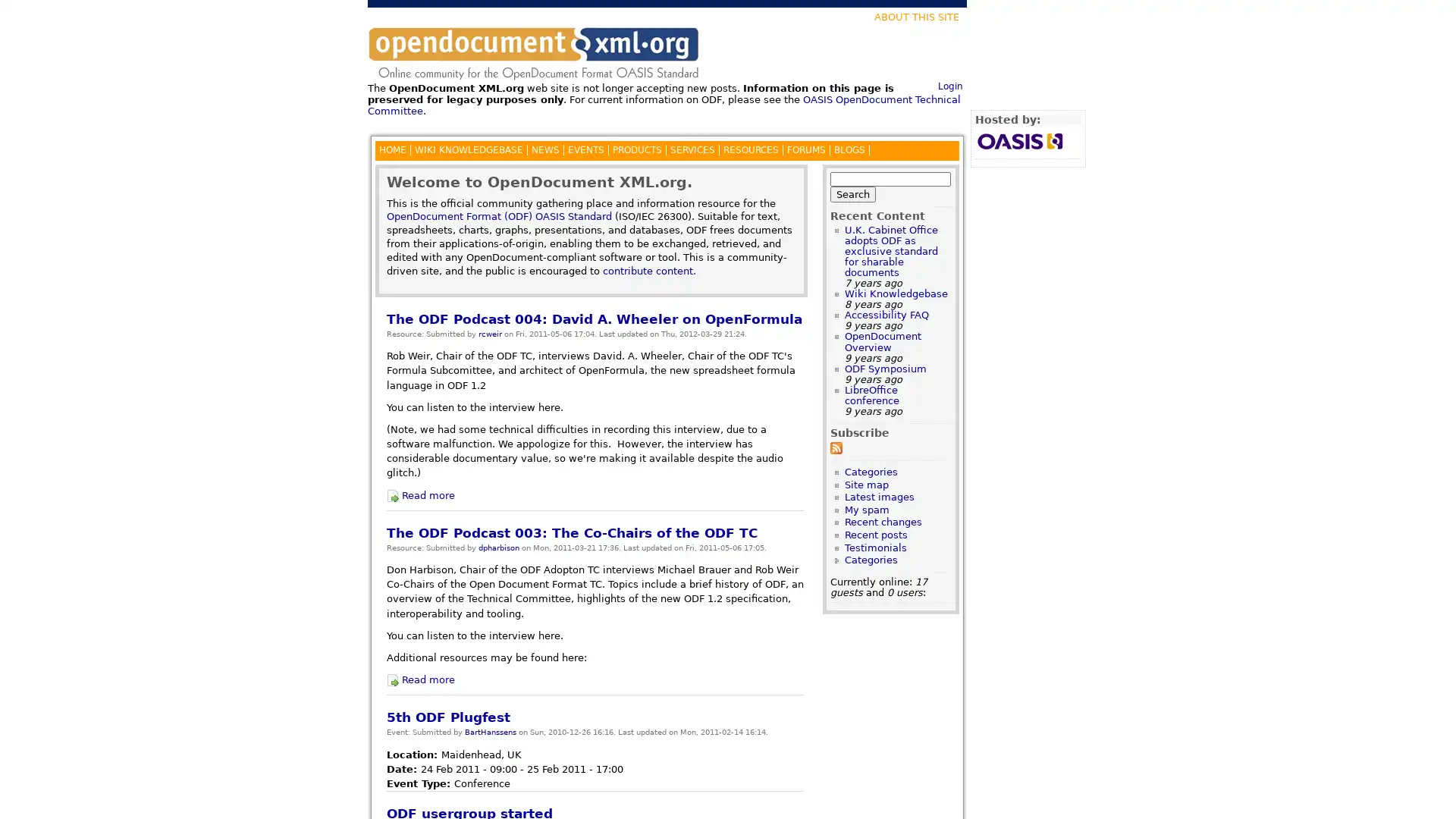 The image size is (1456, 819). Describe the element at coordinates (852, 193) in the screenshot. I see `Search` at that location.